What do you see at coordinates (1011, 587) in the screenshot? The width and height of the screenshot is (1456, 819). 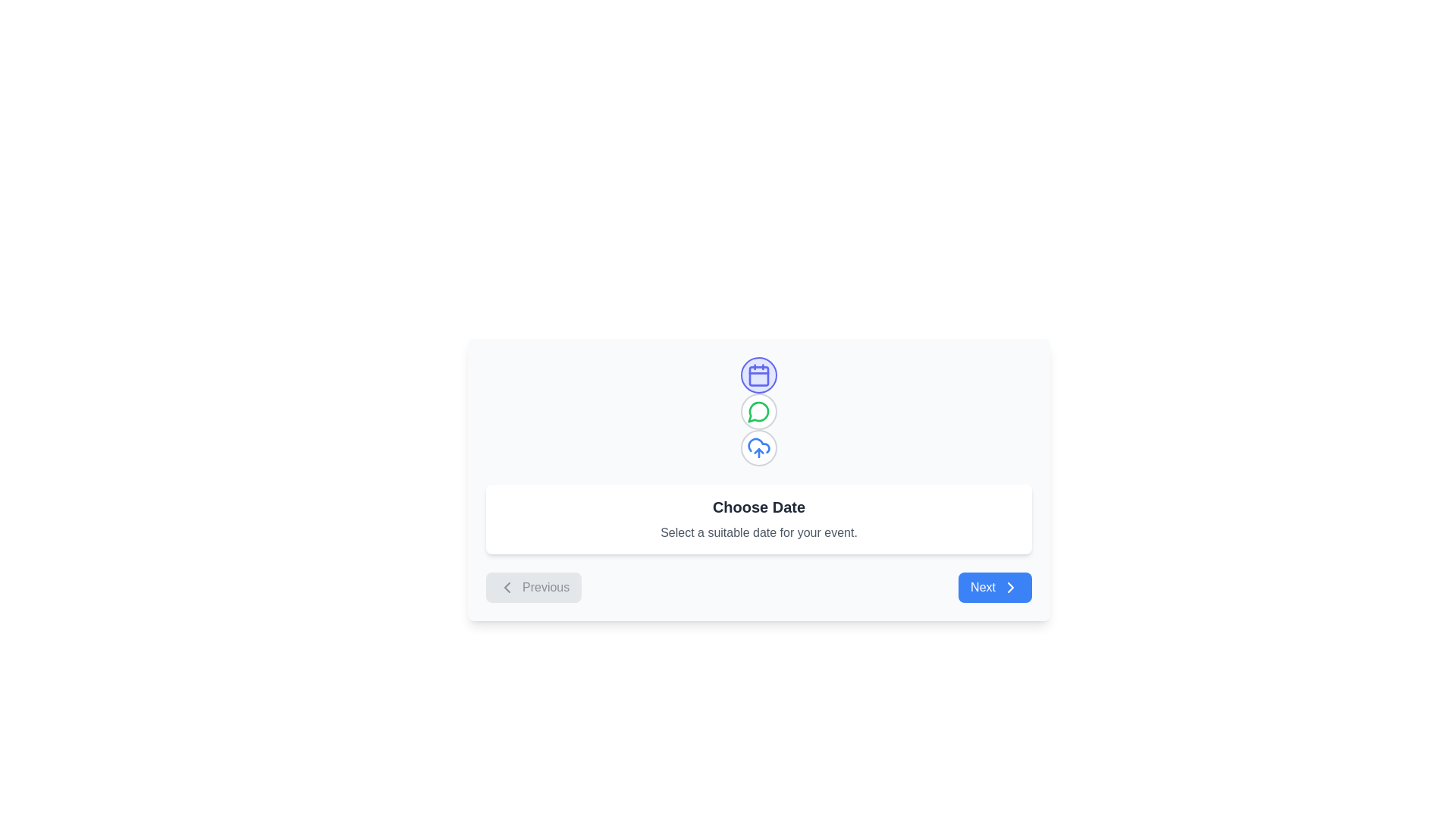 I see `the 'Next' button which contains a small, right-pointing chevron arrow icon to proceed` at bounding box center [1011, 587].